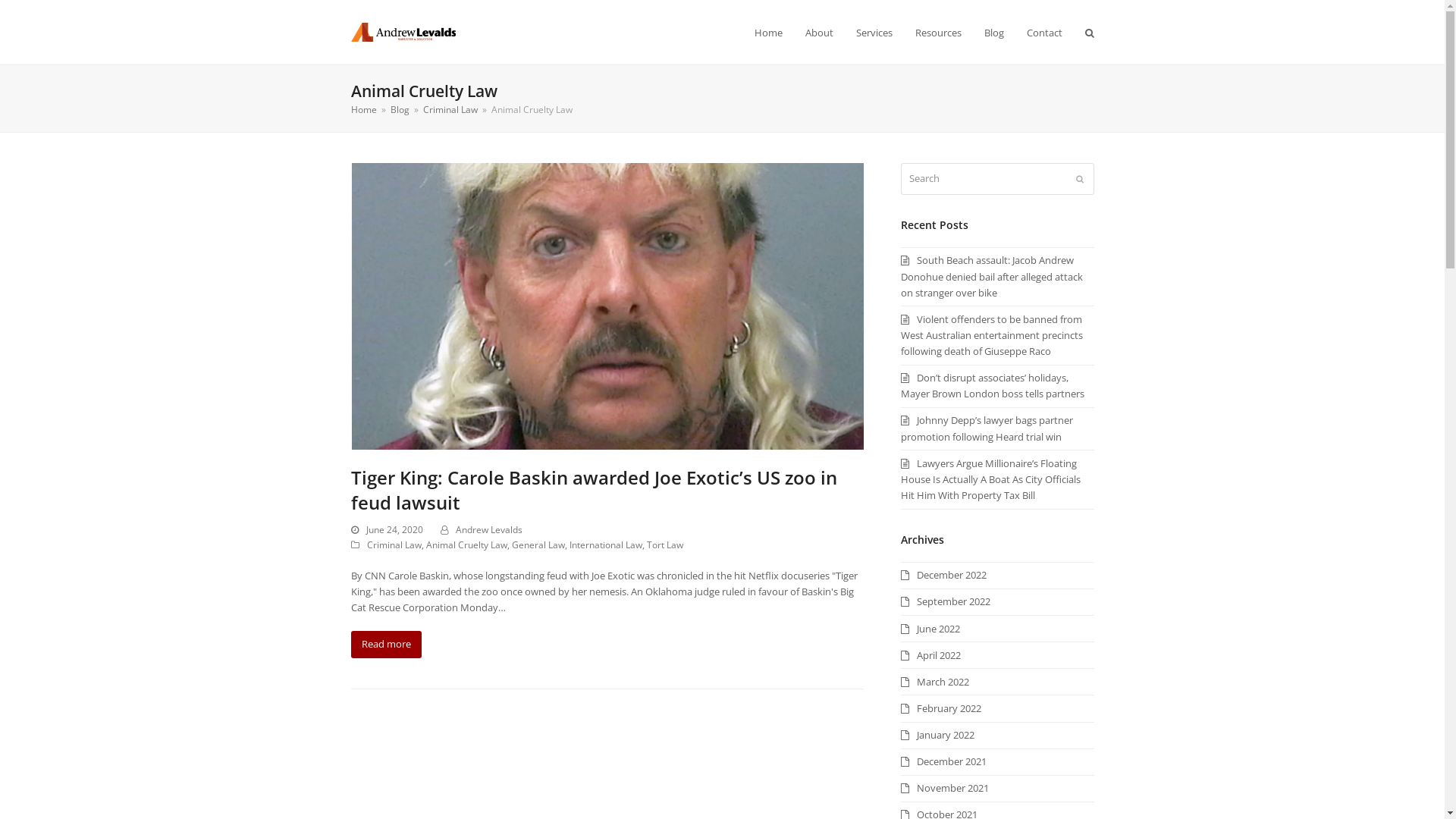  I want to click on 'Submit', so click(1078, 177).